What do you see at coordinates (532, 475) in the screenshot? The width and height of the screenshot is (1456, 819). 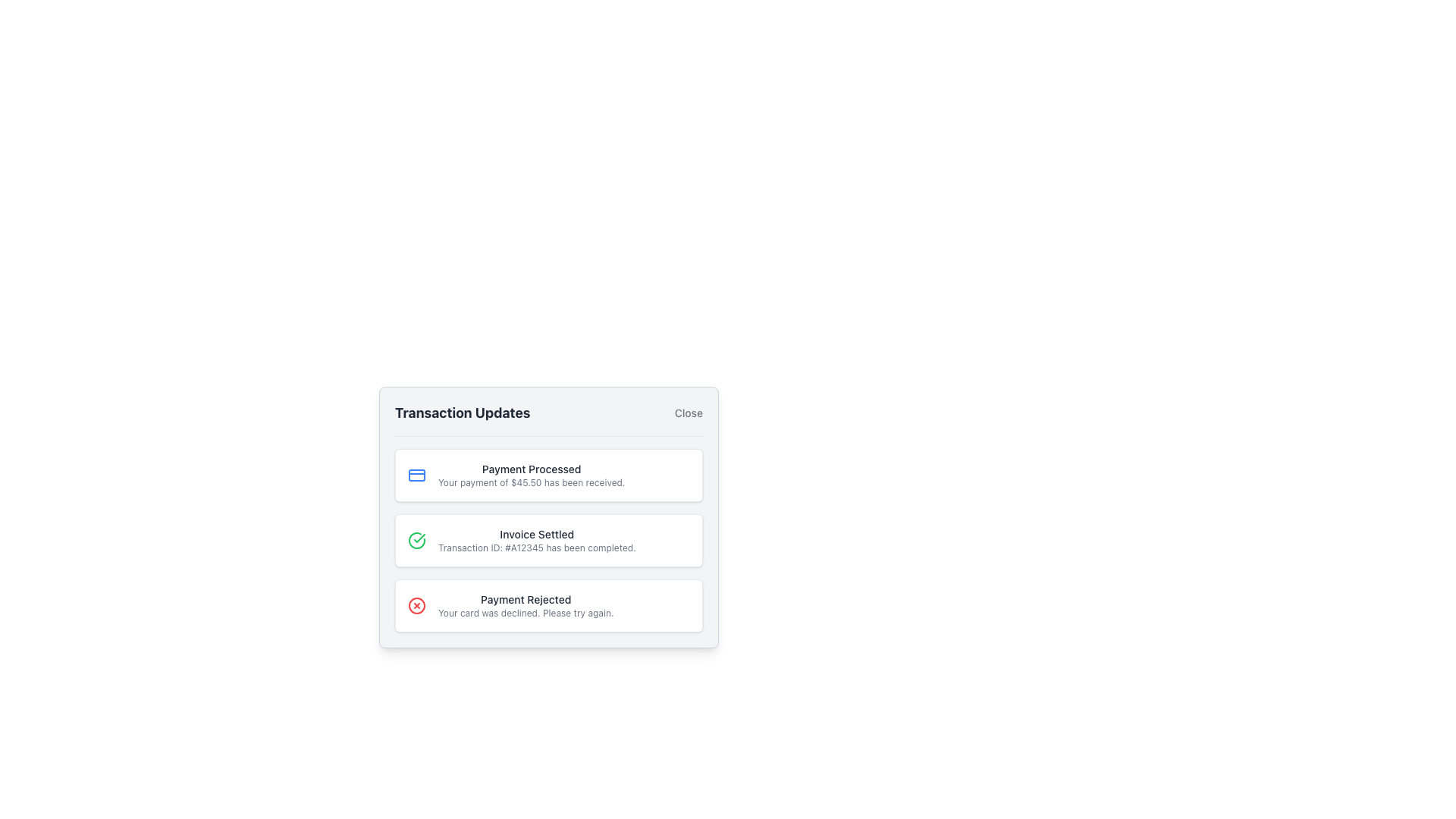 I see `payment confirmation message displayed in the text block containing the heading 'Payment Processed' and the description 'Your payment of $45.50 has been received.'` at bounding box center [532, 475].